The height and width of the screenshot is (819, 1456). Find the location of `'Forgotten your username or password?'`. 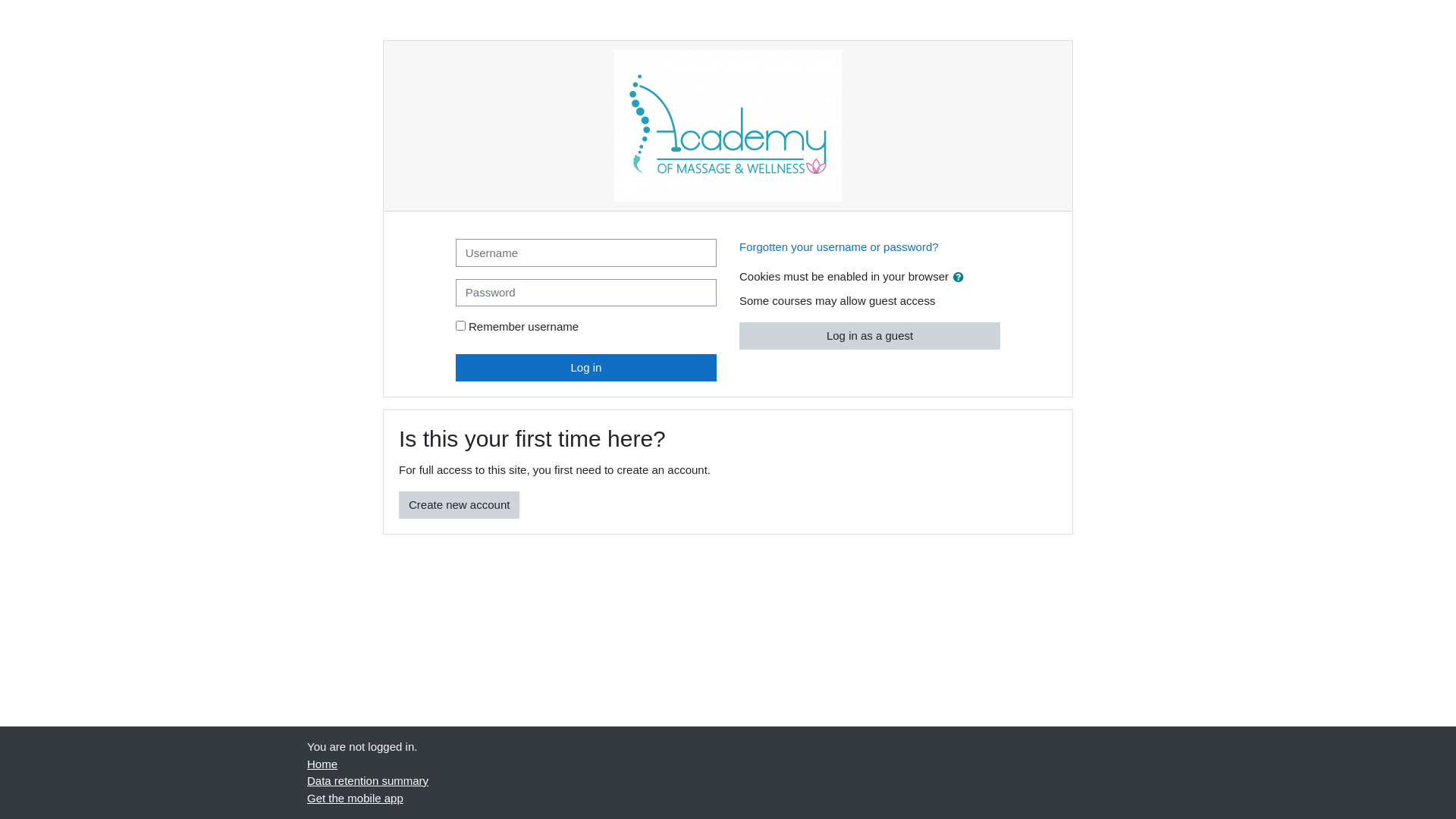

'Forgotten your username or password?' is located at coordinates (838, 246).